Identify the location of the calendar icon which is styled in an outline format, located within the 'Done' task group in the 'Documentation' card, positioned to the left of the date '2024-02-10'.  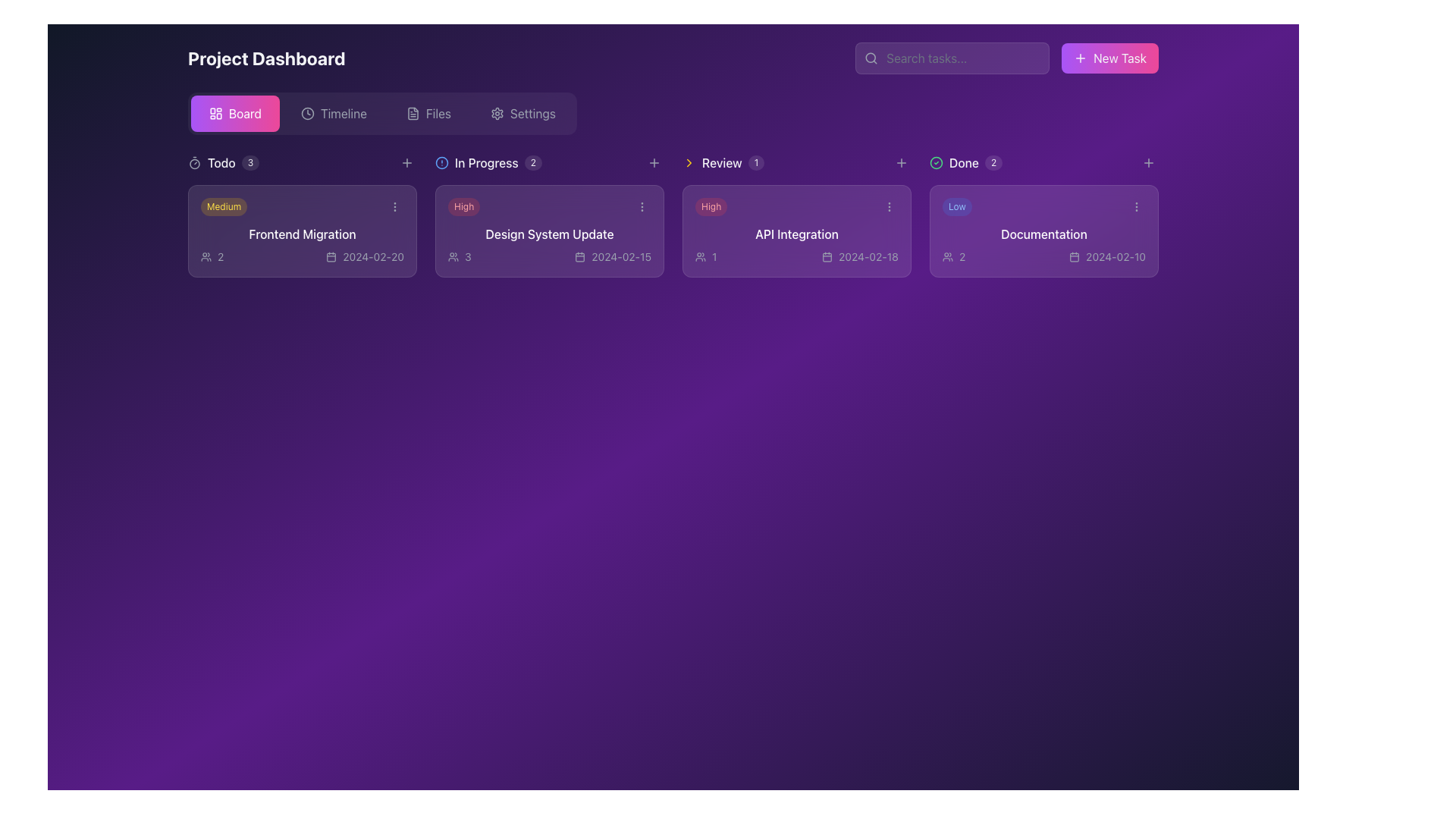
(1074, 256).